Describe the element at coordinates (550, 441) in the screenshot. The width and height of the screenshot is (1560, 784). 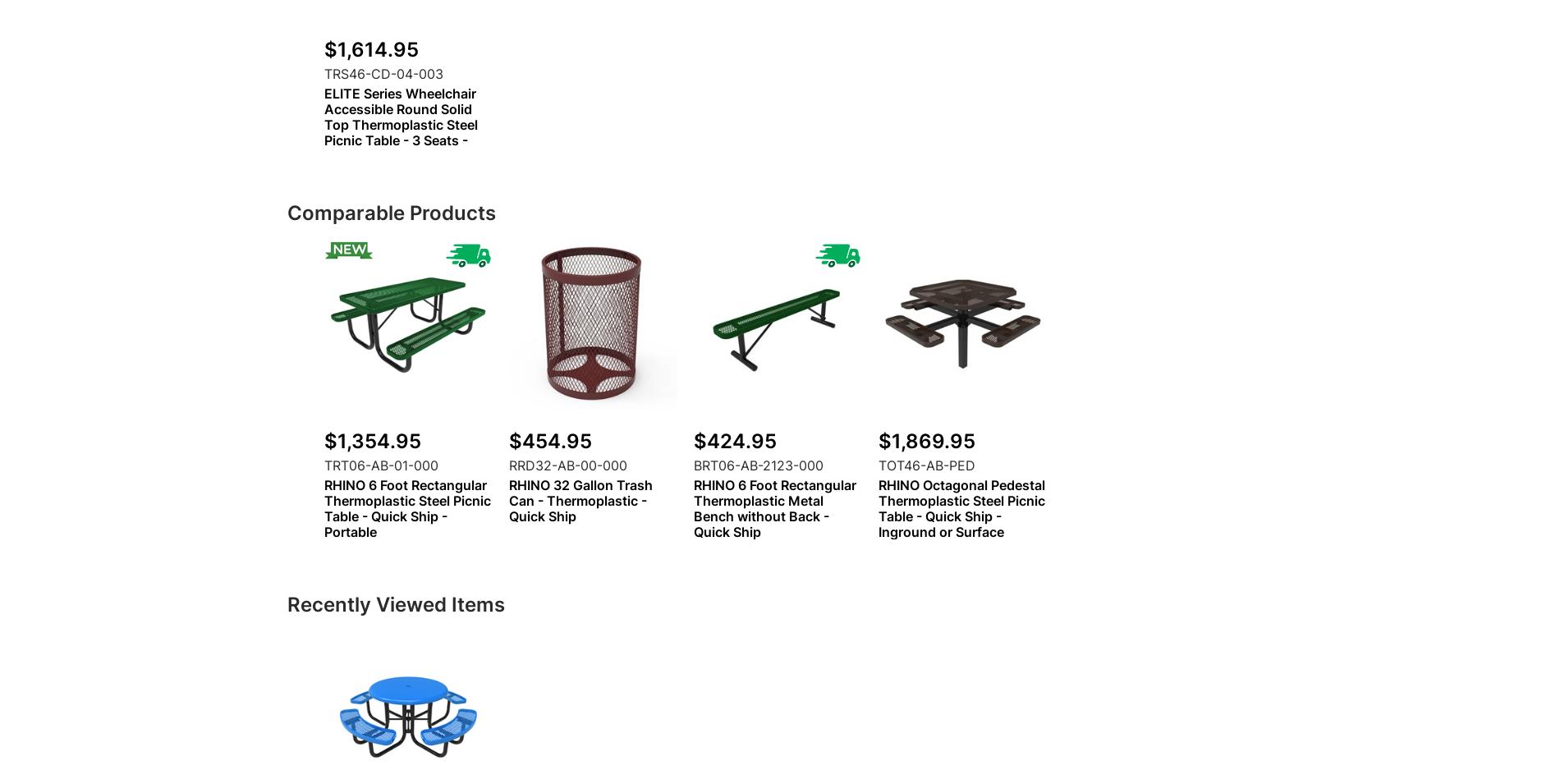
I see `'$454.95'` at that location.